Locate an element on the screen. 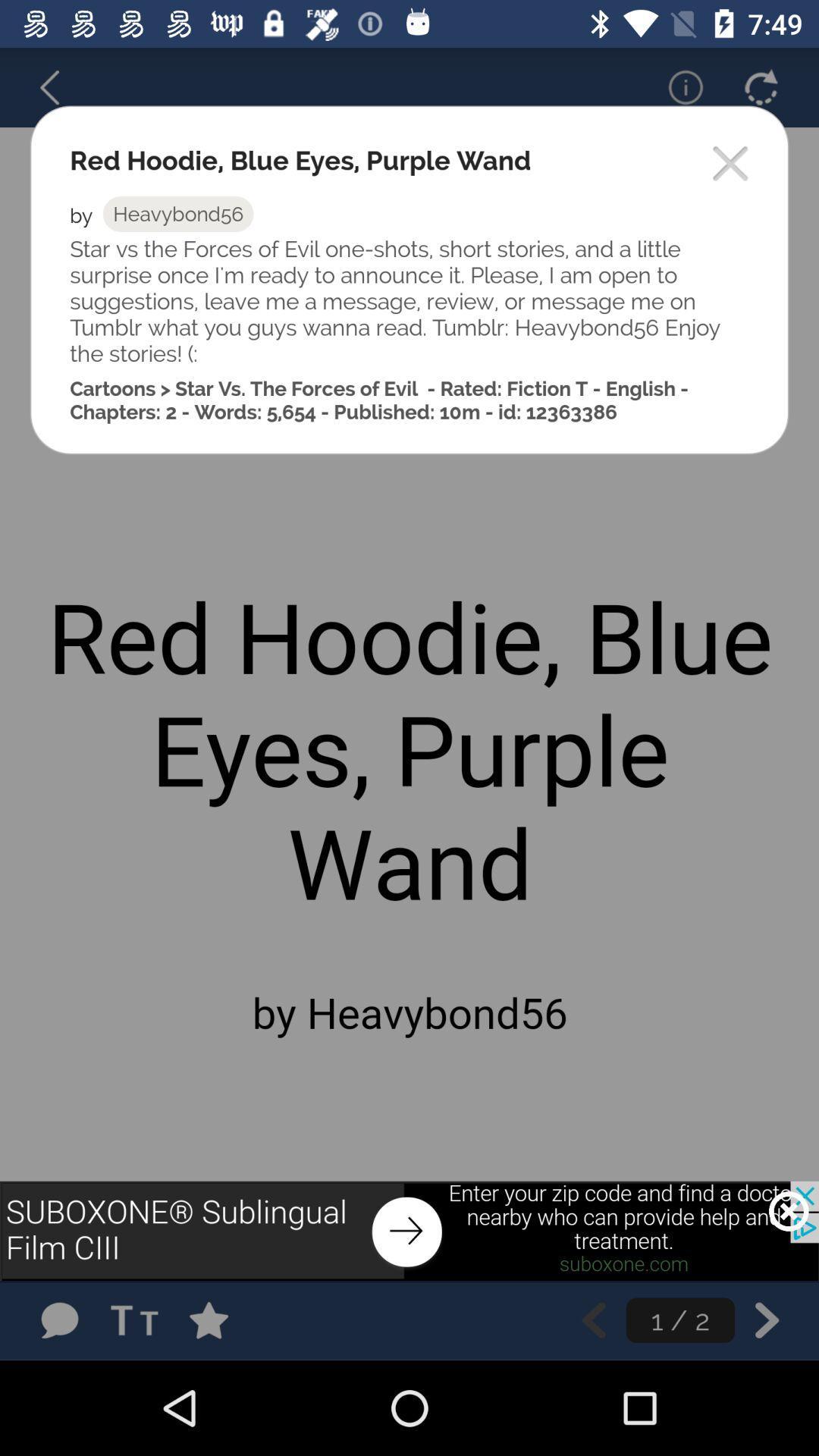  the star icon is located at coordinates (224, 1319).